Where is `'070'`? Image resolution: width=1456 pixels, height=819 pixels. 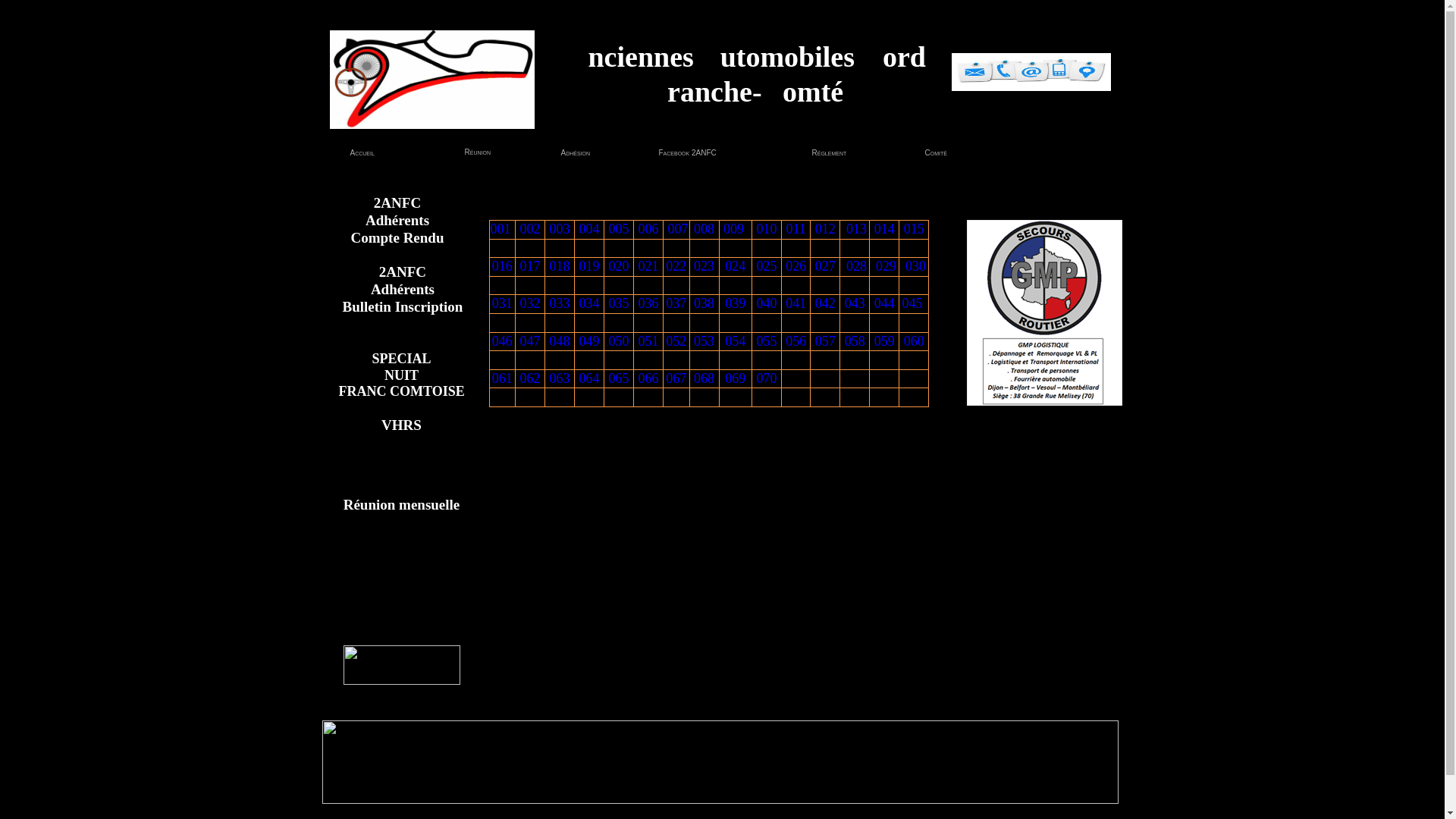
'070' is located at coordinates (767, 377).